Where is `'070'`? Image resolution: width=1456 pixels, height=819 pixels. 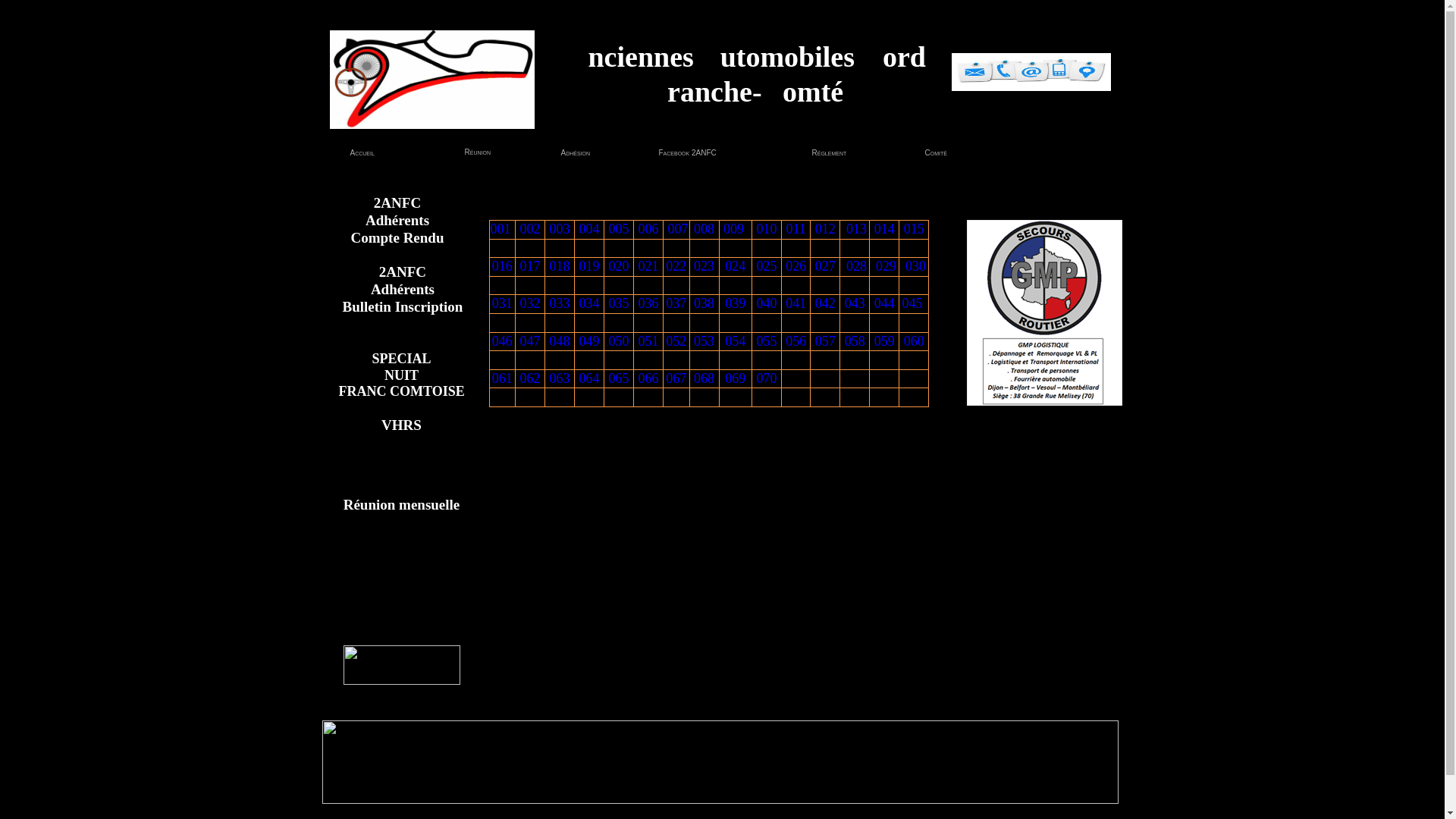
'070' is located at coordinates (767, 377).